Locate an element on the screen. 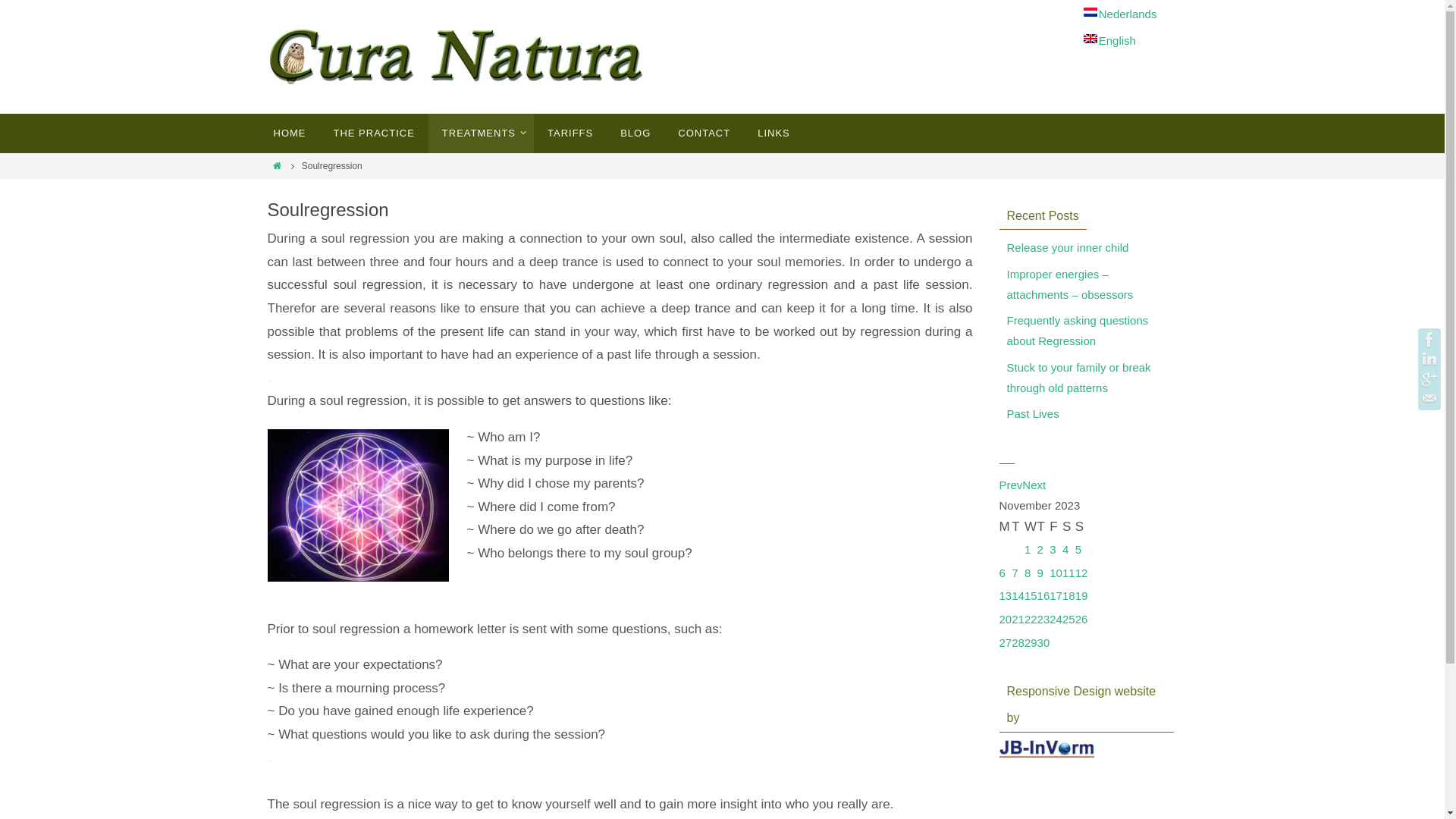 This screenshot has width=1456, height=819. '23' is located at coordinates (1043, 620).